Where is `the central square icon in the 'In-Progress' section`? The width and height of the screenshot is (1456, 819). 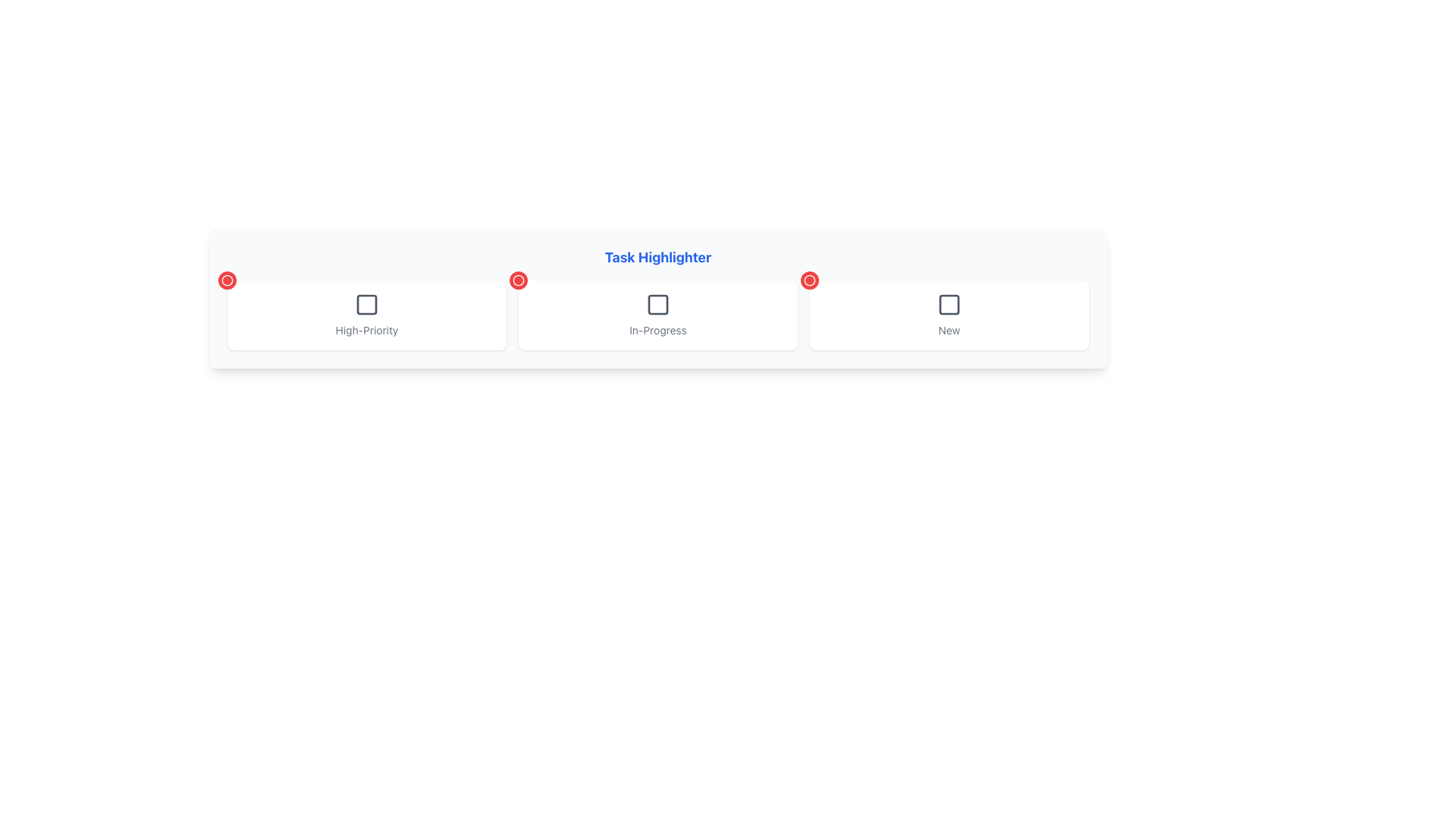 the central square icon in the 'In-Progress' section is located at coordinates (658, 304).